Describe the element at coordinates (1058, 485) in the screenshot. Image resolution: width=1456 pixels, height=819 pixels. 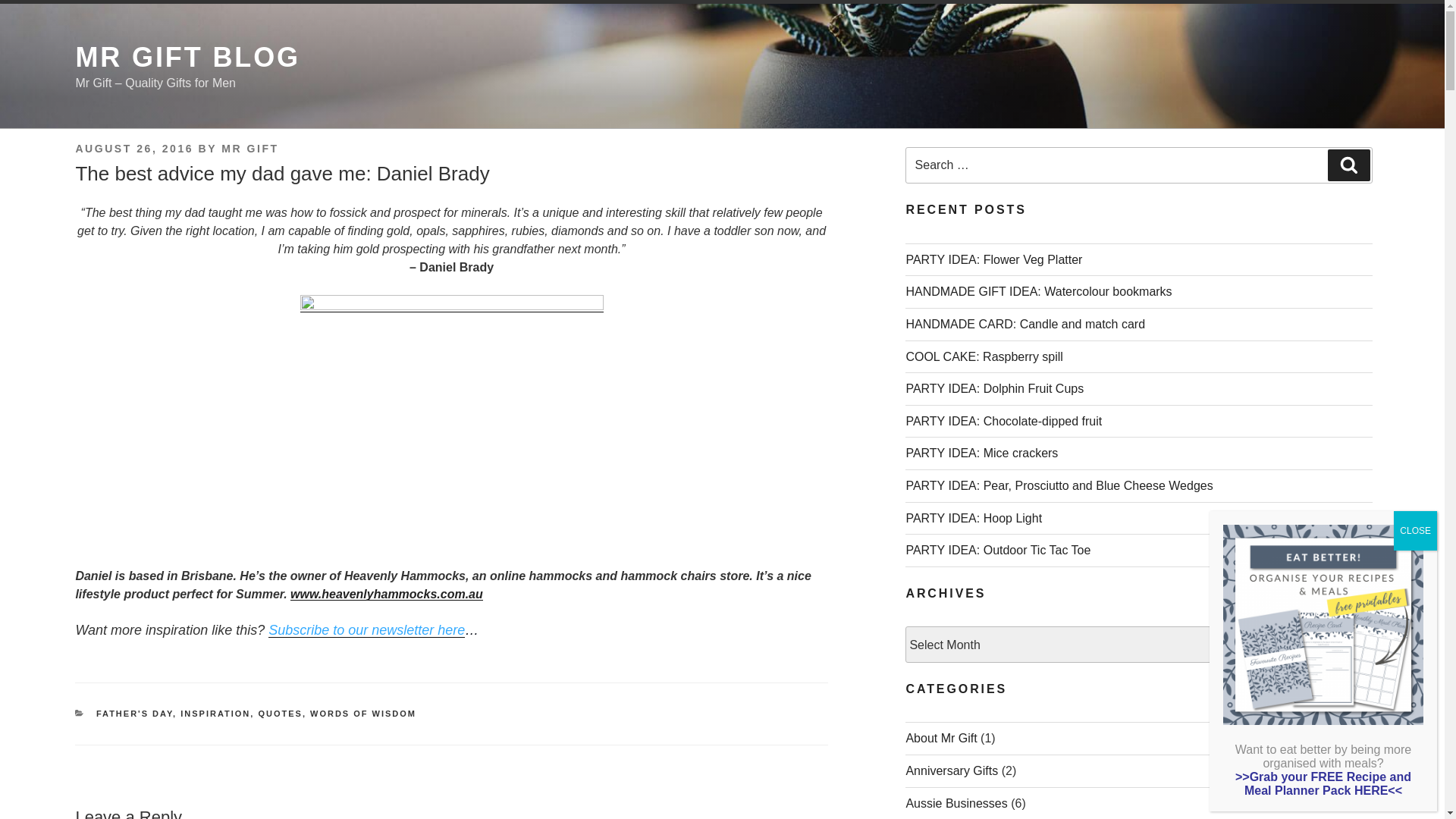
I see `'PARTY IDEA: Pear, Prosciutto and Blue Cheese Wedges'` at that location.